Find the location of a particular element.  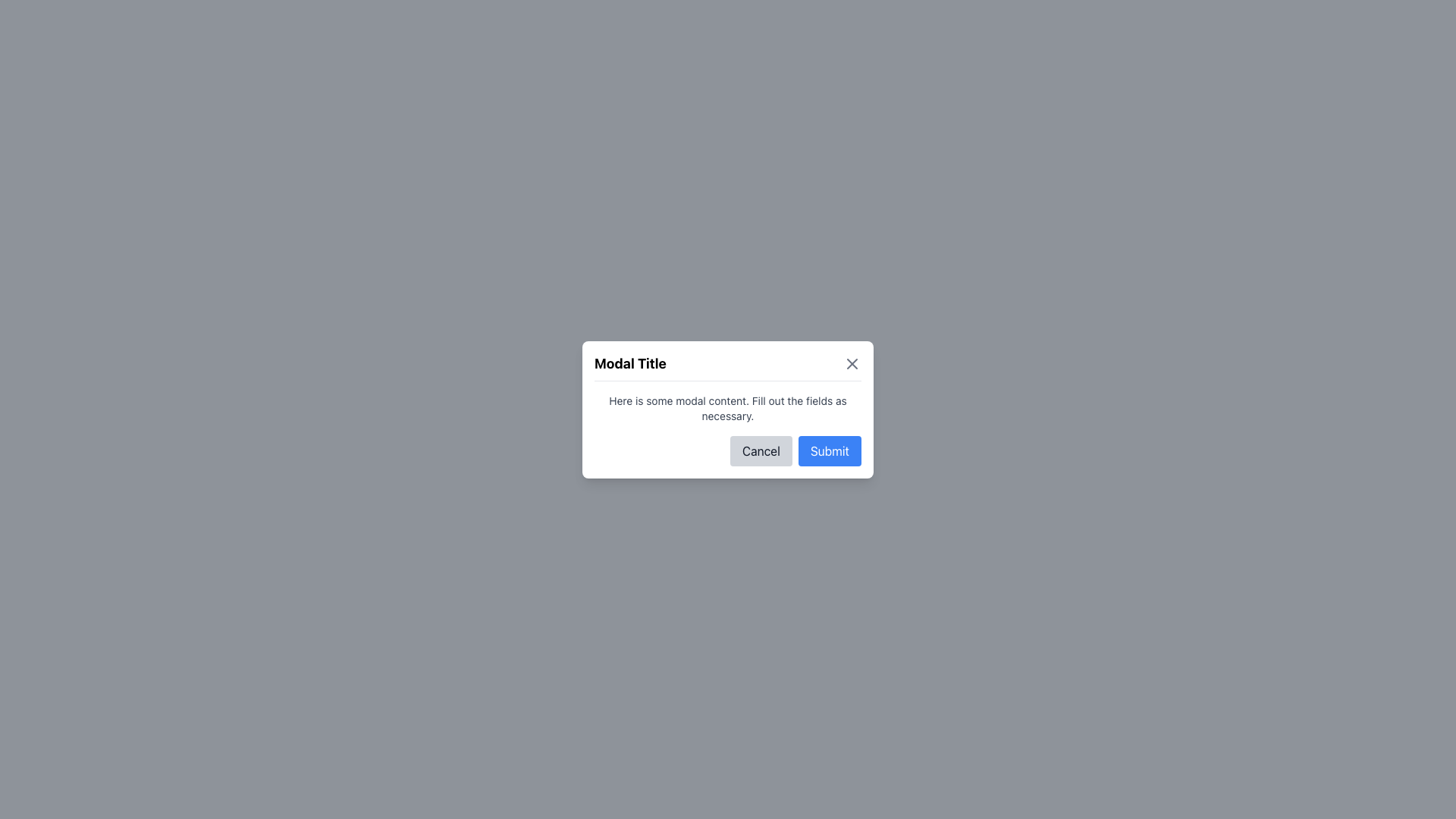

the close icon located at the top right corner of the modal window's title bar is located at coordinates (852, 363).